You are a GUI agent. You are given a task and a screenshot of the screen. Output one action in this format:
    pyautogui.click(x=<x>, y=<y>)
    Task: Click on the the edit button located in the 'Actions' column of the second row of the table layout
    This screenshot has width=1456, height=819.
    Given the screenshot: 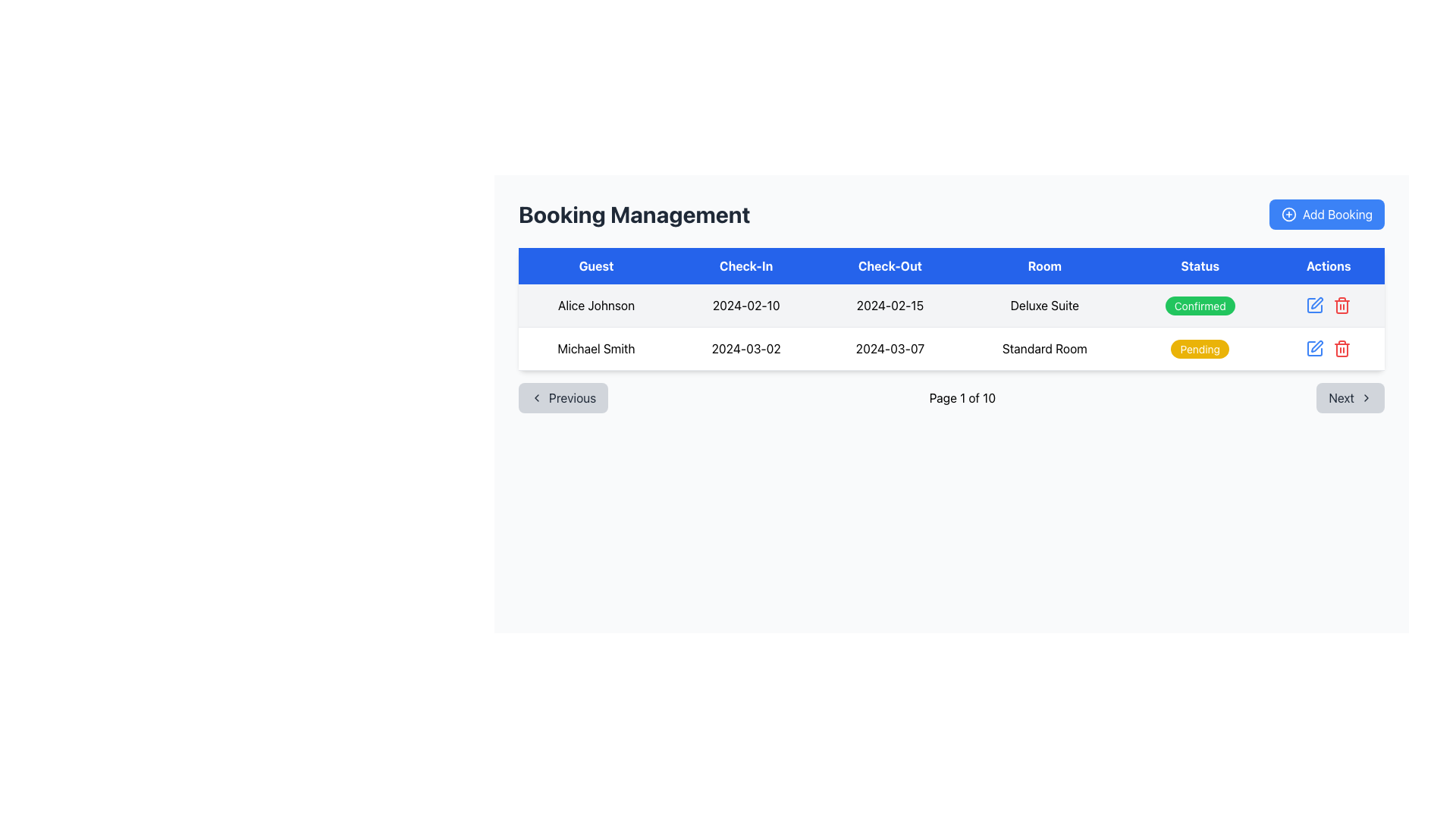 What is the action you would take?
    pyautogui.click(x=1316, y=303)
    